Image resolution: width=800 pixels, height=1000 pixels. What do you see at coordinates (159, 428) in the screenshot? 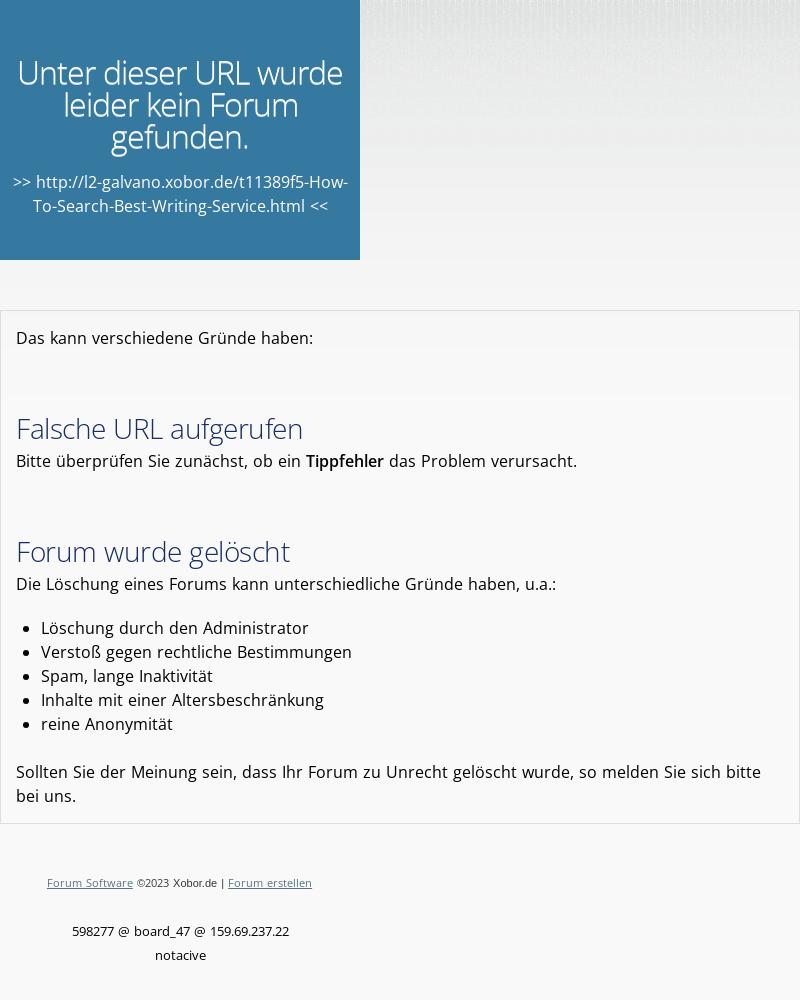
I see `'Falsche URL aufgerufen'` at bounding box center [159, 428].